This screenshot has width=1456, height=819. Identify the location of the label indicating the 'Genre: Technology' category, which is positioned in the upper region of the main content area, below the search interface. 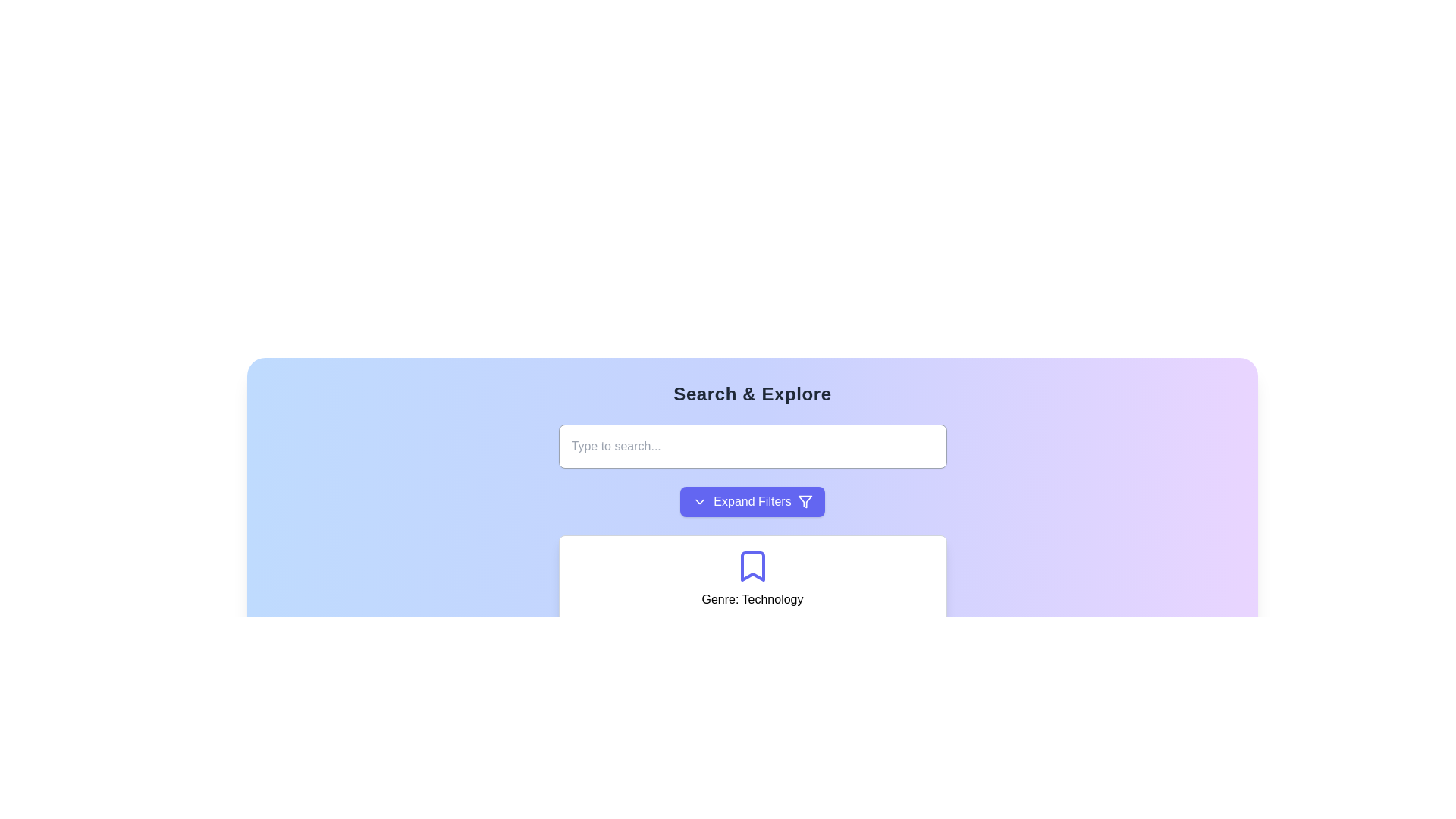
(752, 598).